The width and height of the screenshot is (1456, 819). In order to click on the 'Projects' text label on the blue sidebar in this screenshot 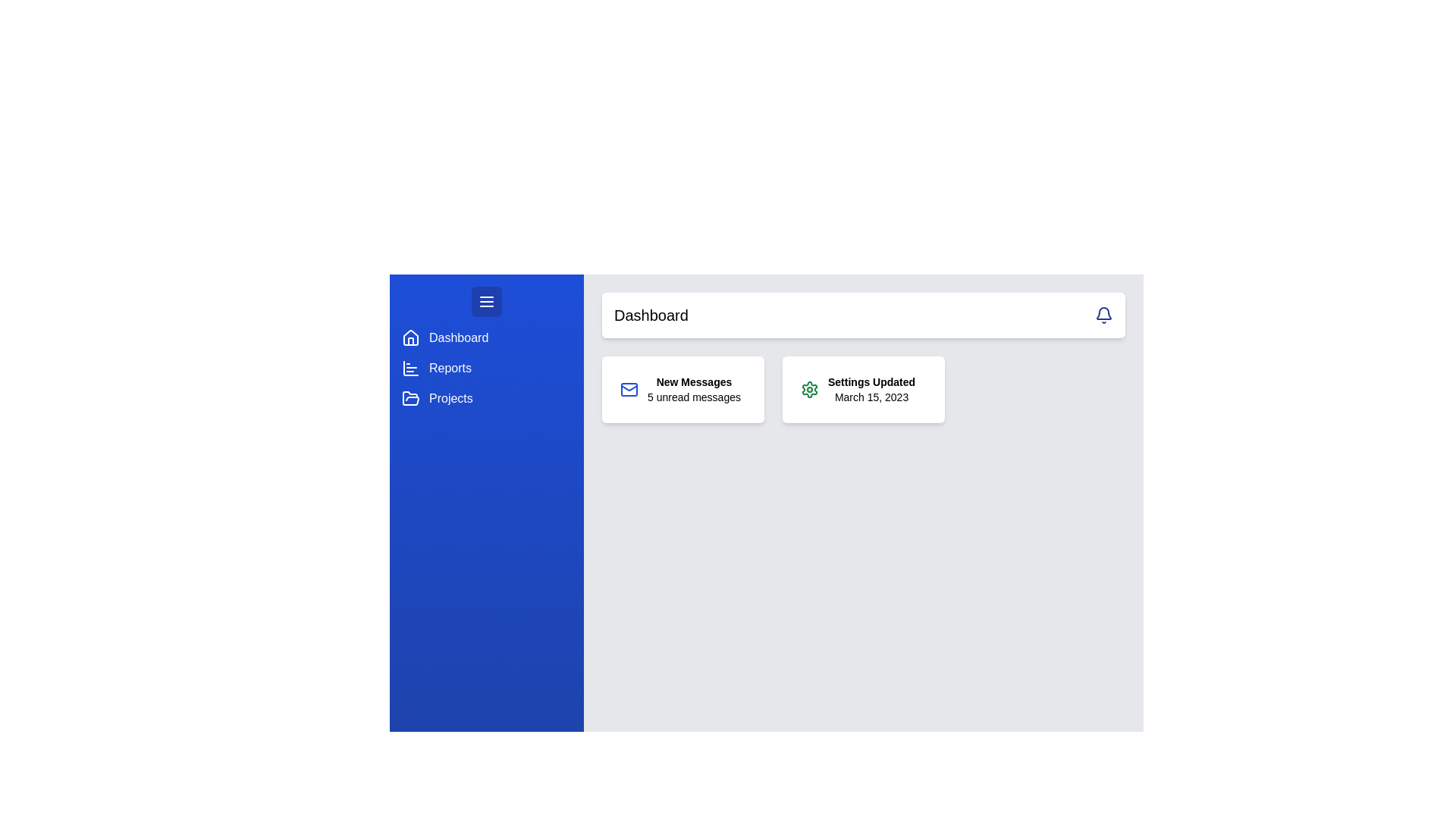, I will do `click(450, 397)`.